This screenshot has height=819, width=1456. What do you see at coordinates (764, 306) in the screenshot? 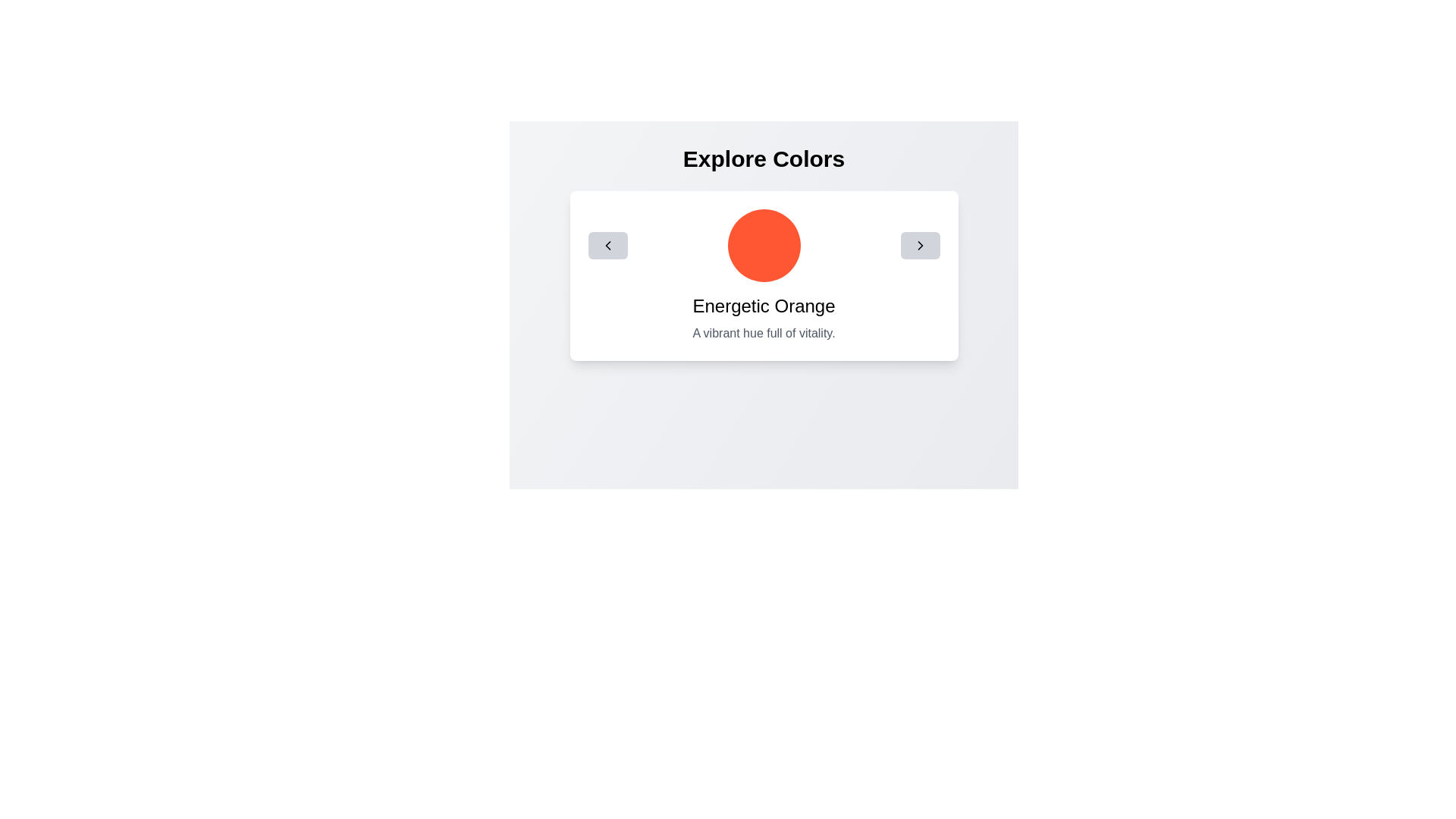
I see `the text label that displays 'Energetic Orange', which is styled as a larger, bold heading located below a circular orange graphic` at bounding box center [764, 306].